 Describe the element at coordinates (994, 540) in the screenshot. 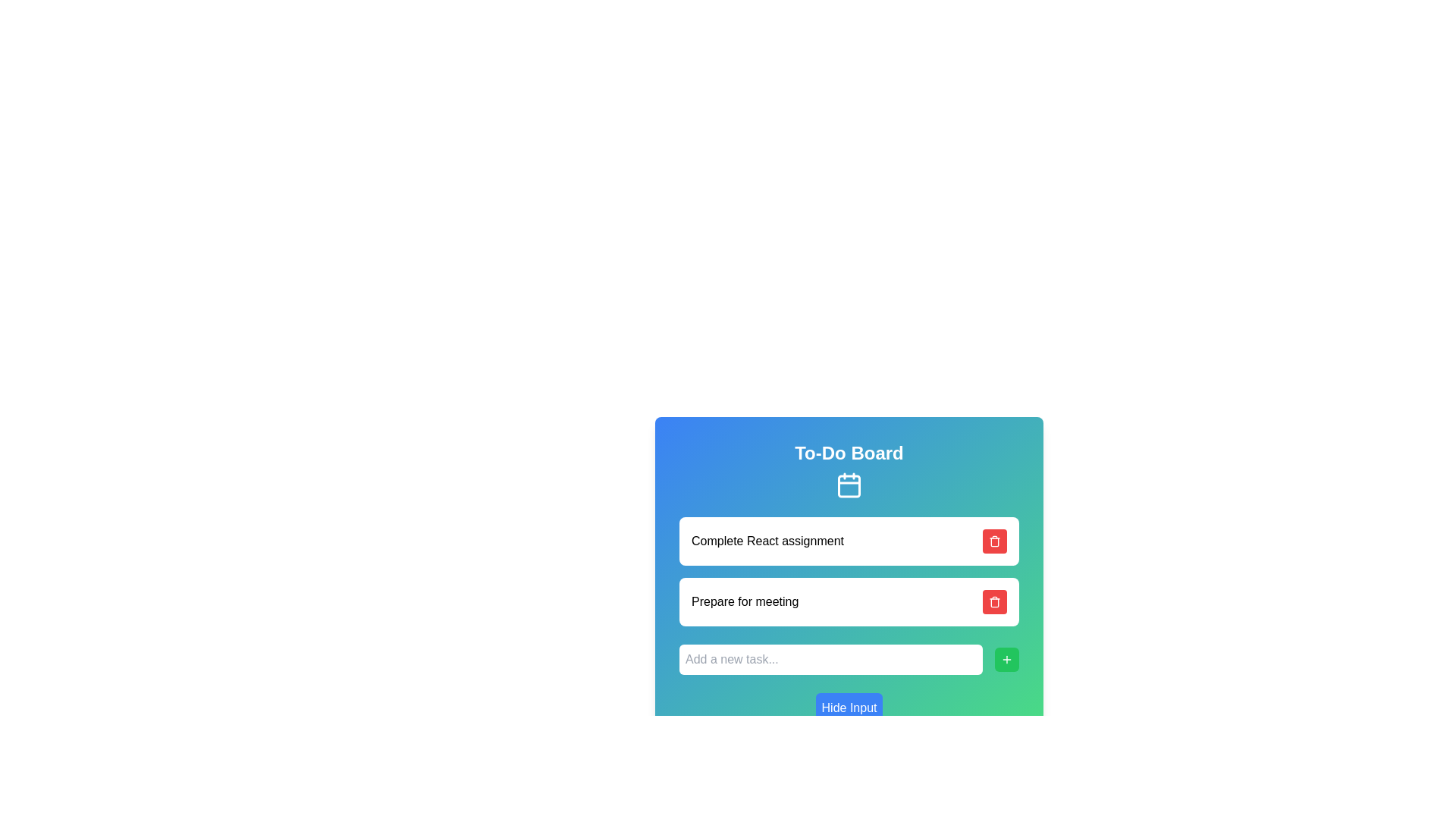

I see `the delete button for the task titled 'Complete React assignment' to observe its hover effects` at that location.